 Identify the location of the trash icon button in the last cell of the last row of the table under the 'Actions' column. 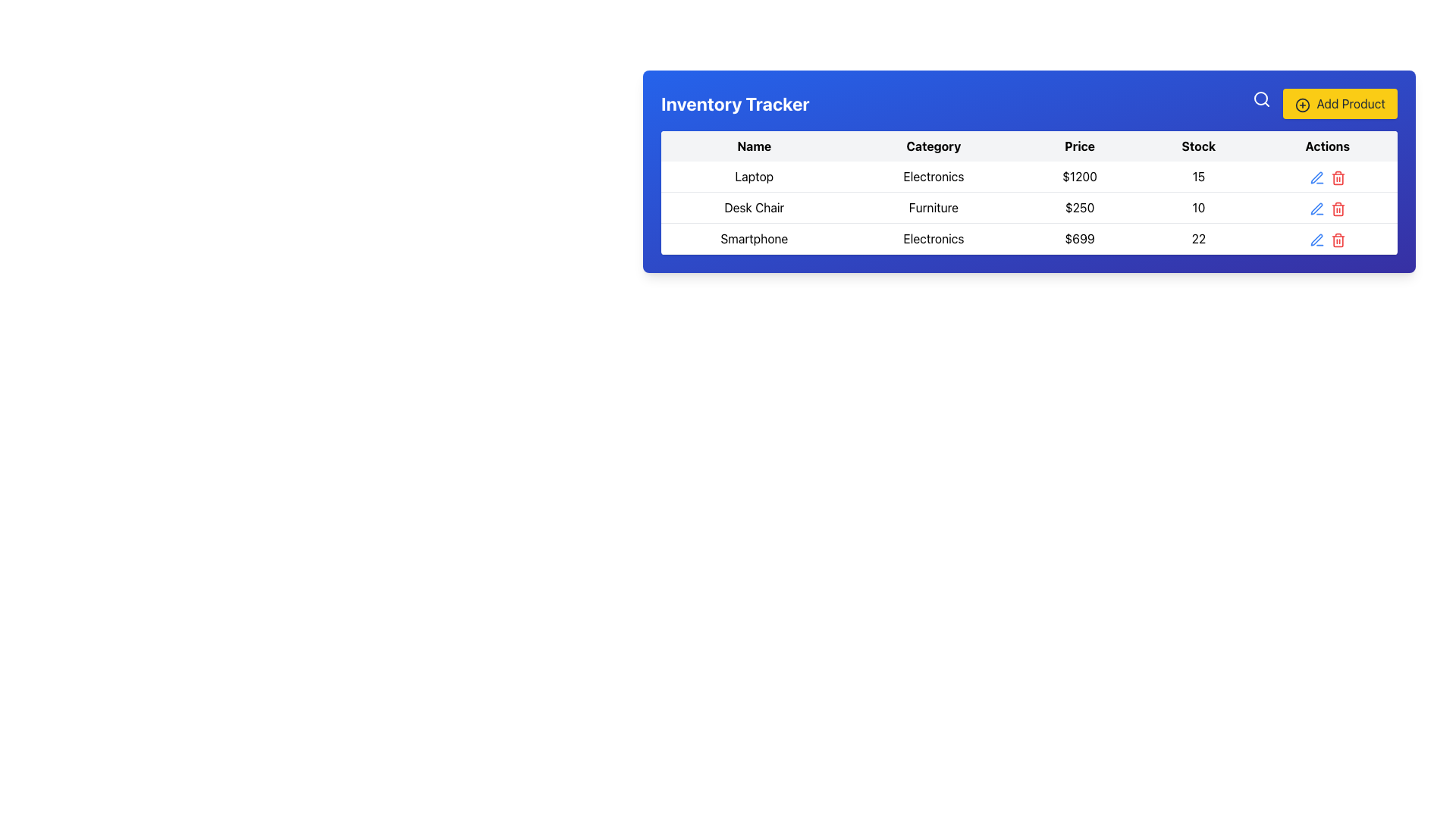
(1338, 239).